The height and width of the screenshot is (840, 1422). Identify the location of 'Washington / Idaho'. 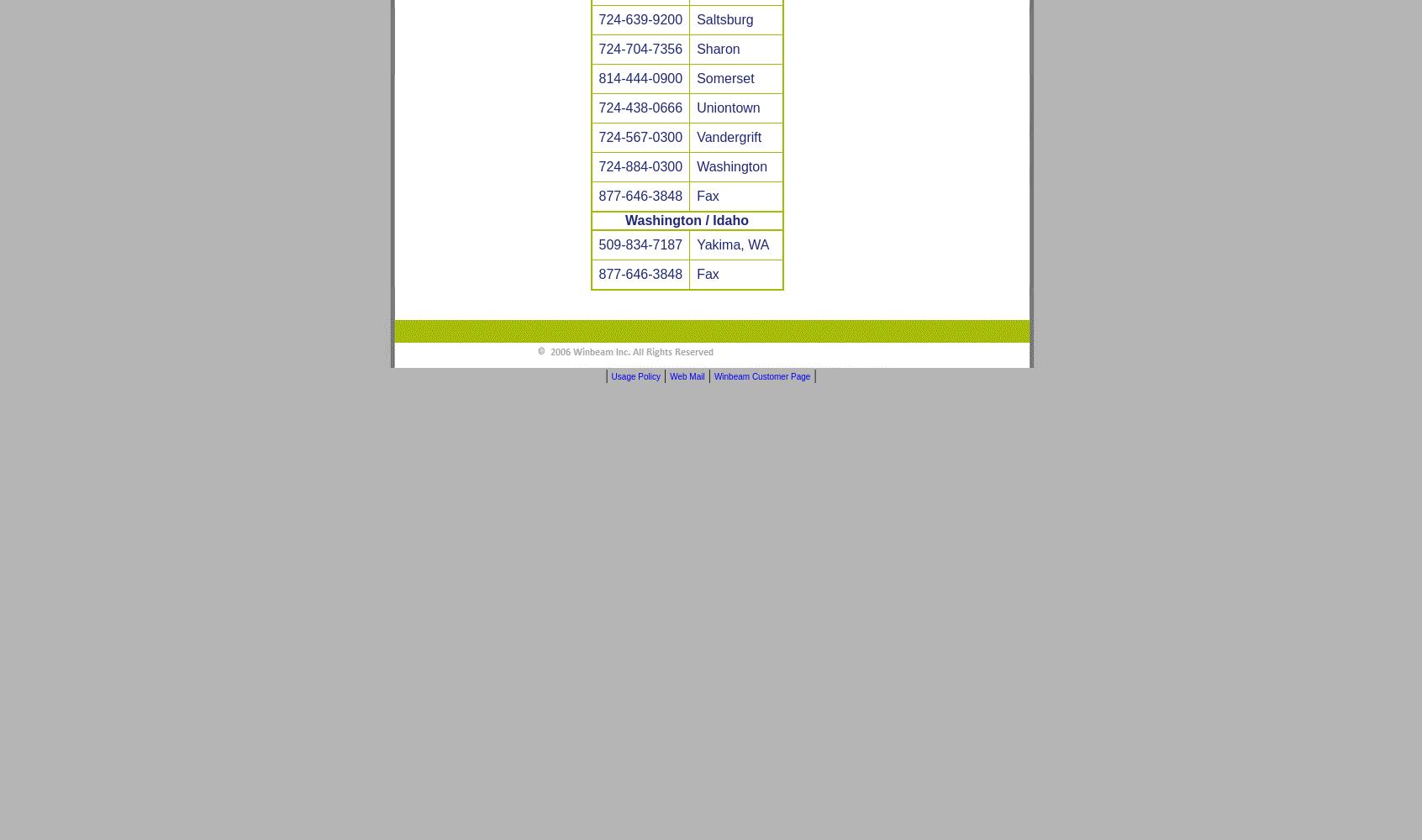
(687, 220).